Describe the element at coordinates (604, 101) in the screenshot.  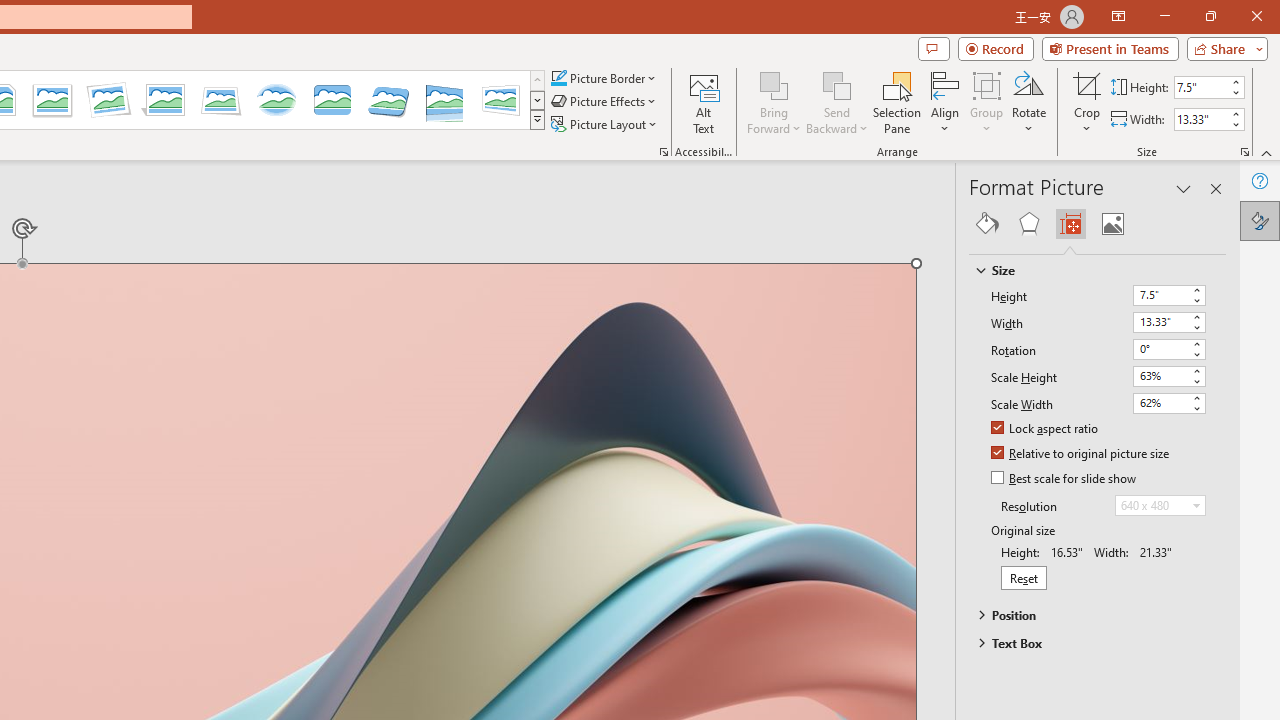
I see `'Picture Effects'` at that location.